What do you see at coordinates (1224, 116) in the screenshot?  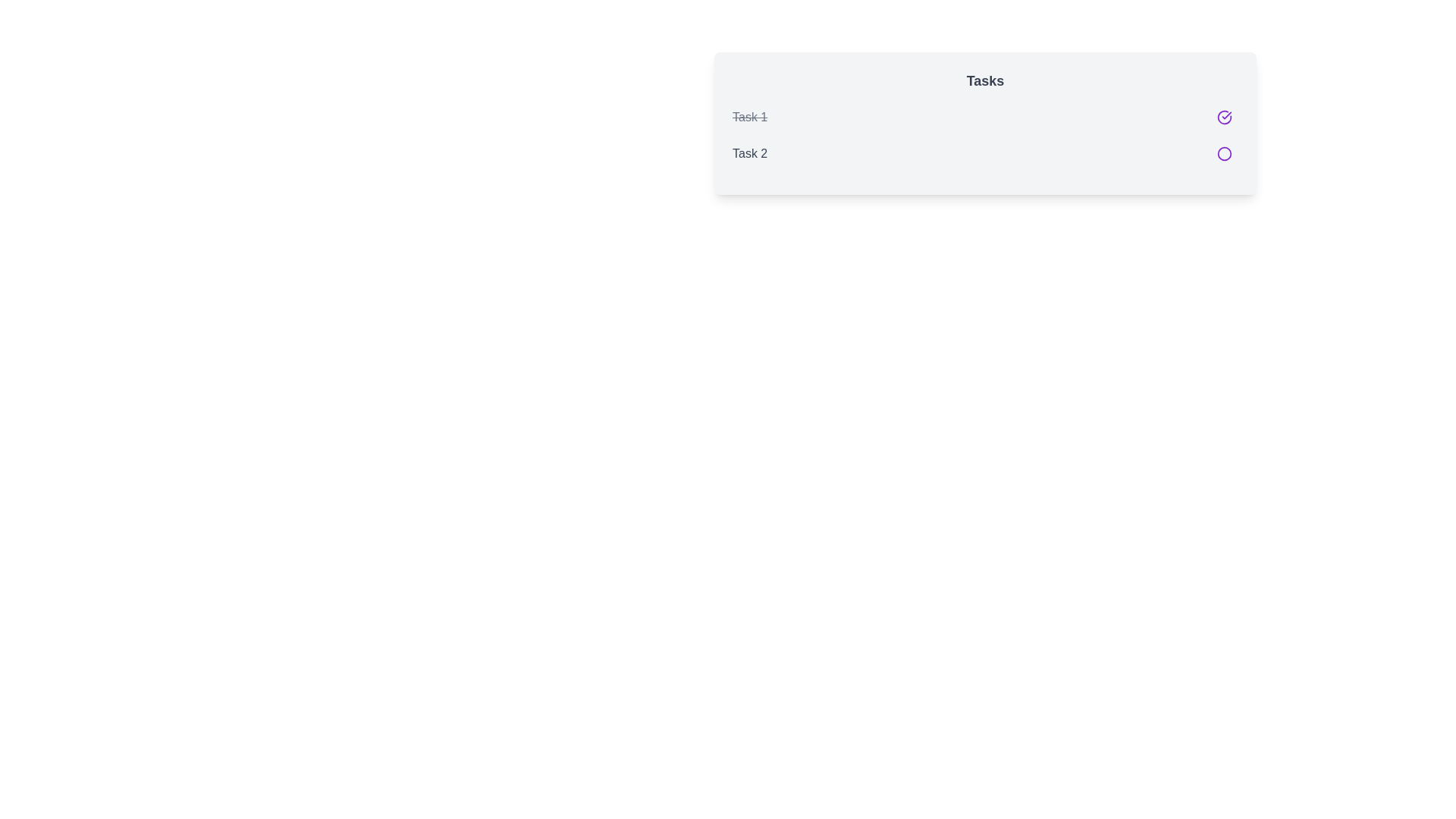 I see `the circular button with a purple outline and a check mark inside to mark the task as completed` at bounding box center [1224, 116].